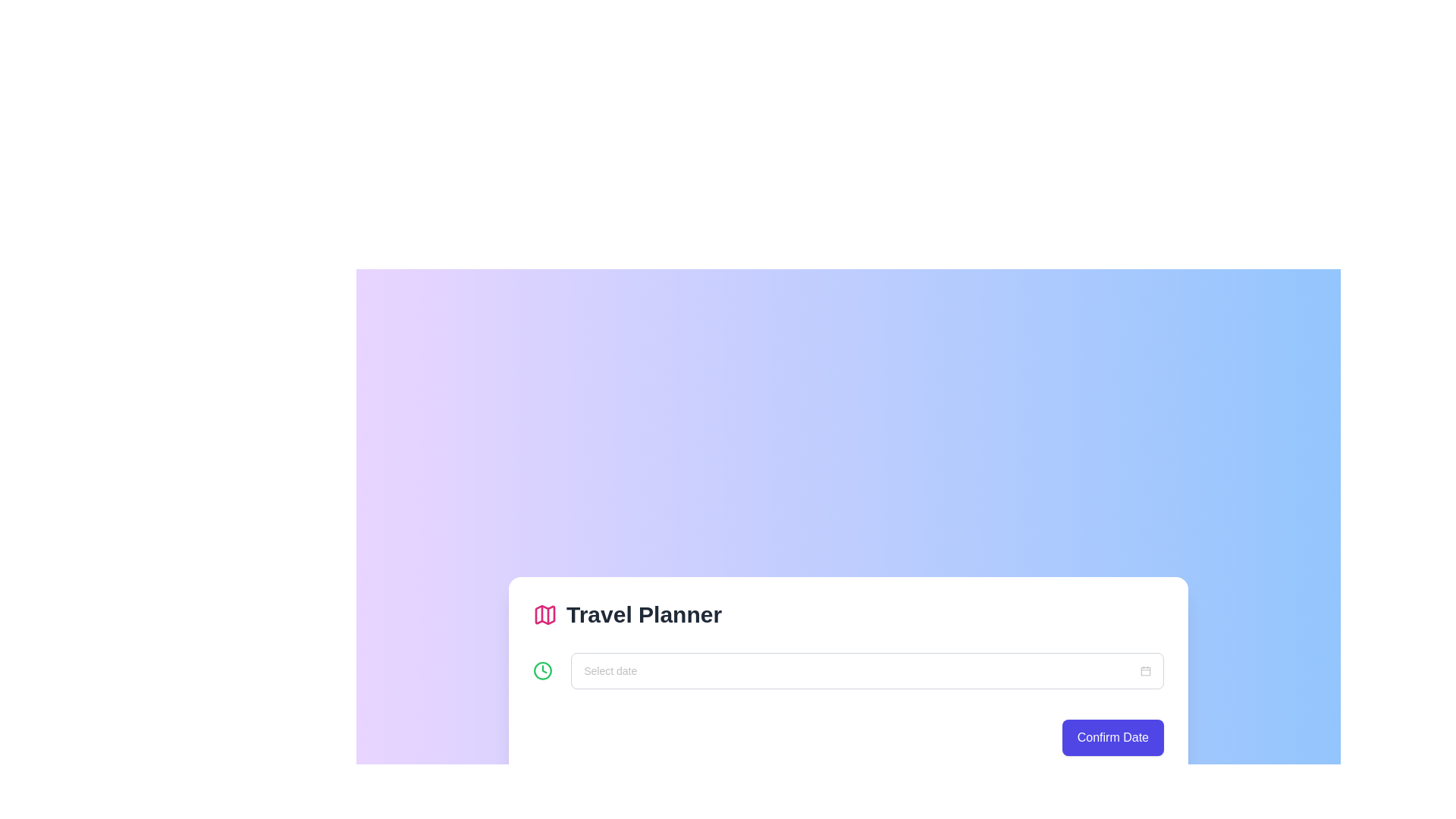 This screenshot has width=1456, height=819. What do you see at coordinates (644, 614) in the screenshot?
I see `the 'Travel Planner' text label, which is styled in bold with a large font size and located in the header segment of the interface, to the right of a pink map icon` at bounding box center [644, 614].